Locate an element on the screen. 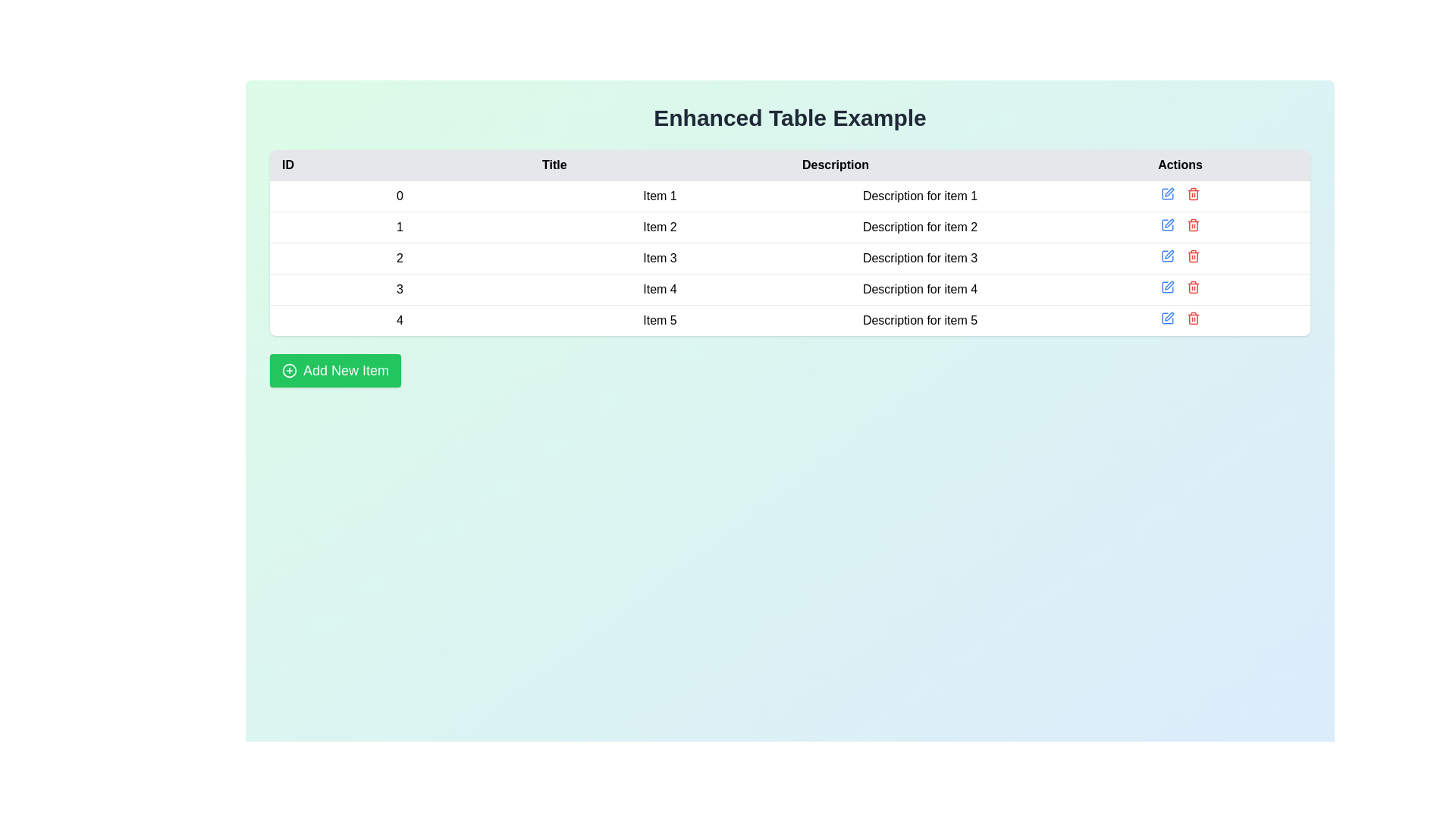 Image resolution: width=1456 pixels, height=819 pixels. the edit button located in the 'Actions' column for 'Item 3', which is the first icon before the red trash can icon is located at coordinates (1166, 256).